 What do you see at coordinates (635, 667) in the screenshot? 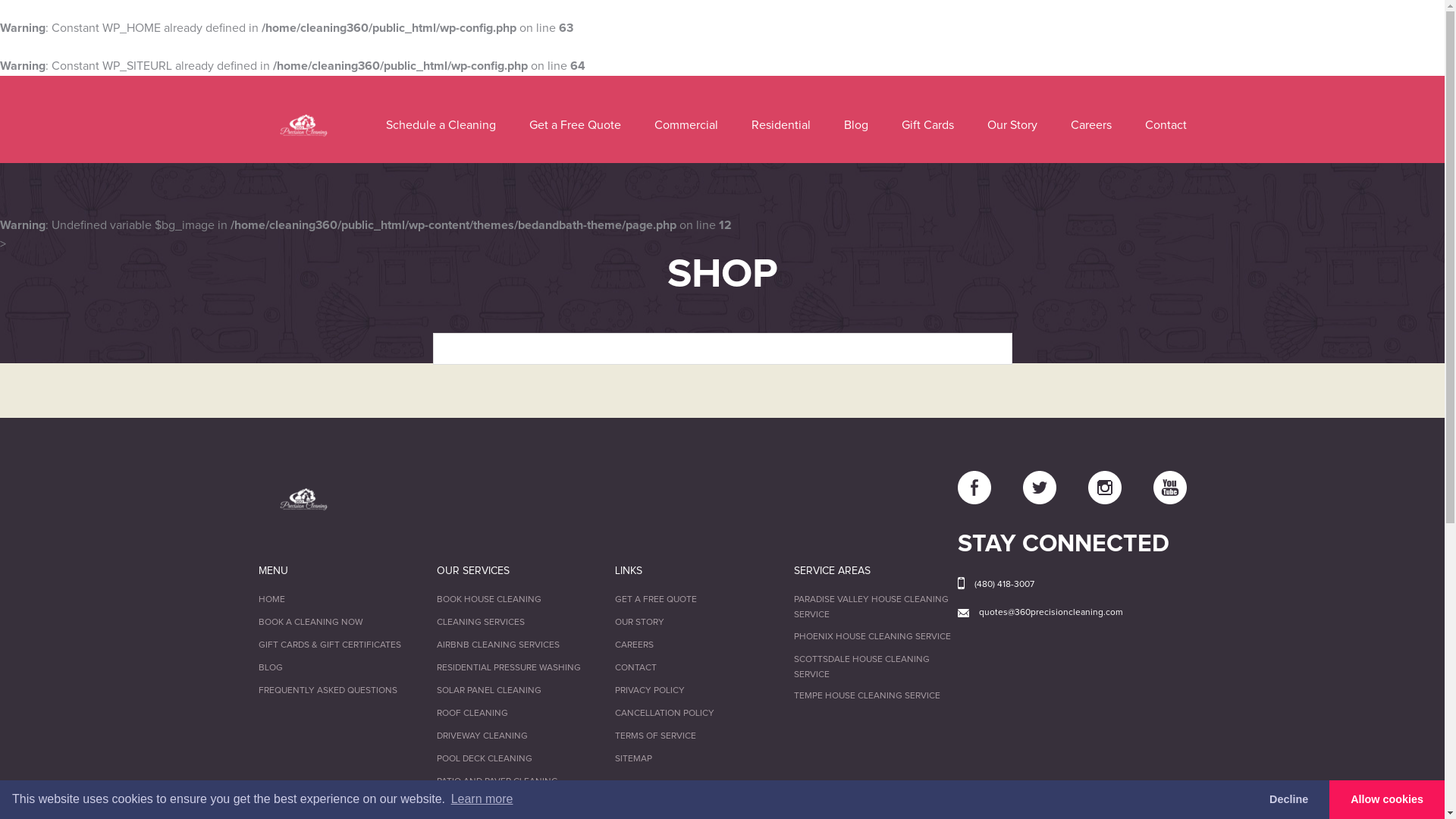
I see `'CONTACT'` at bounding box center [635, 667].